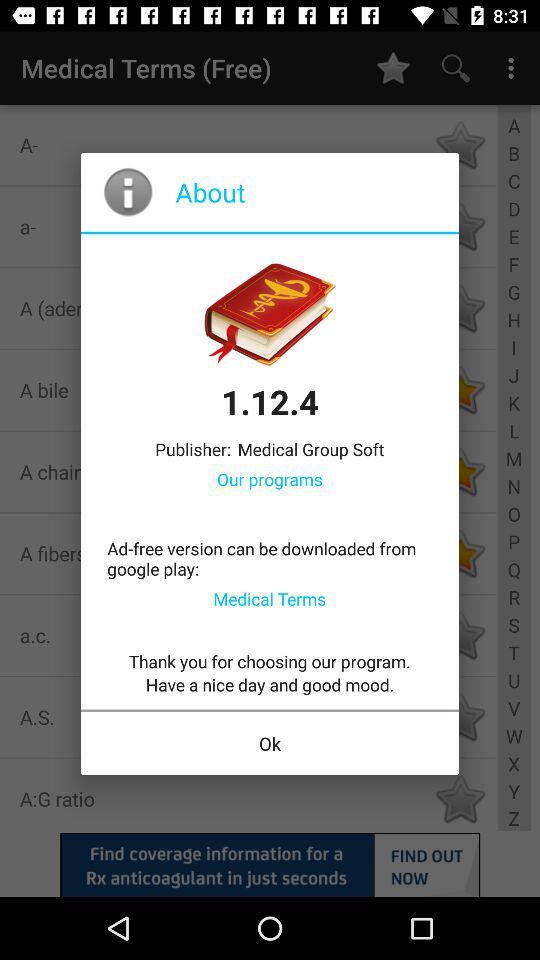  What do you see at coordinates (270, 742) in the screenshot?
I see `ok icon` at bounding box center [270, 742].